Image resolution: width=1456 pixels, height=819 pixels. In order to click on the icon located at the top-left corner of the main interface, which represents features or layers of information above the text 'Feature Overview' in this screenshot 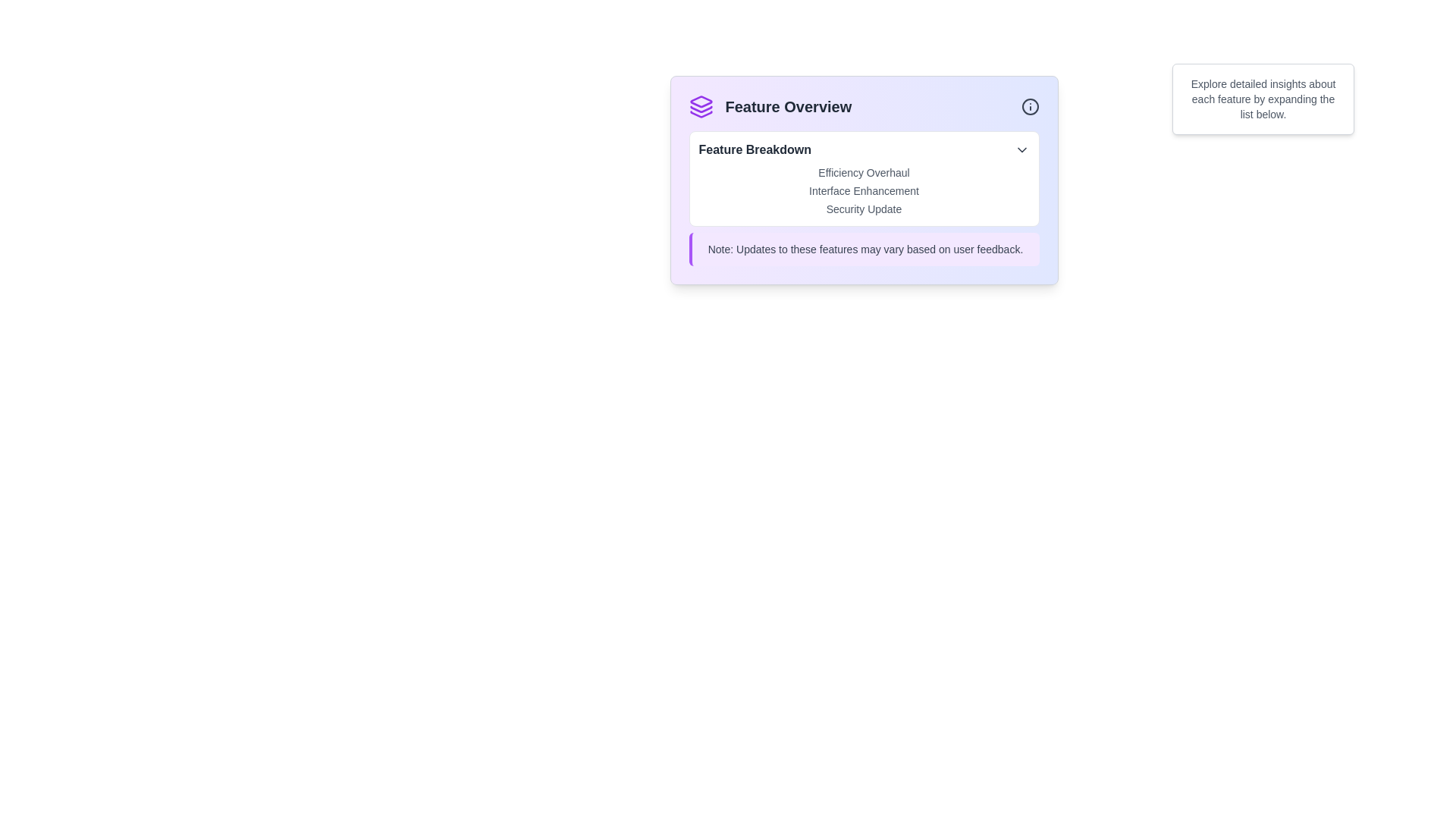, I will do `click(700, 102)`.